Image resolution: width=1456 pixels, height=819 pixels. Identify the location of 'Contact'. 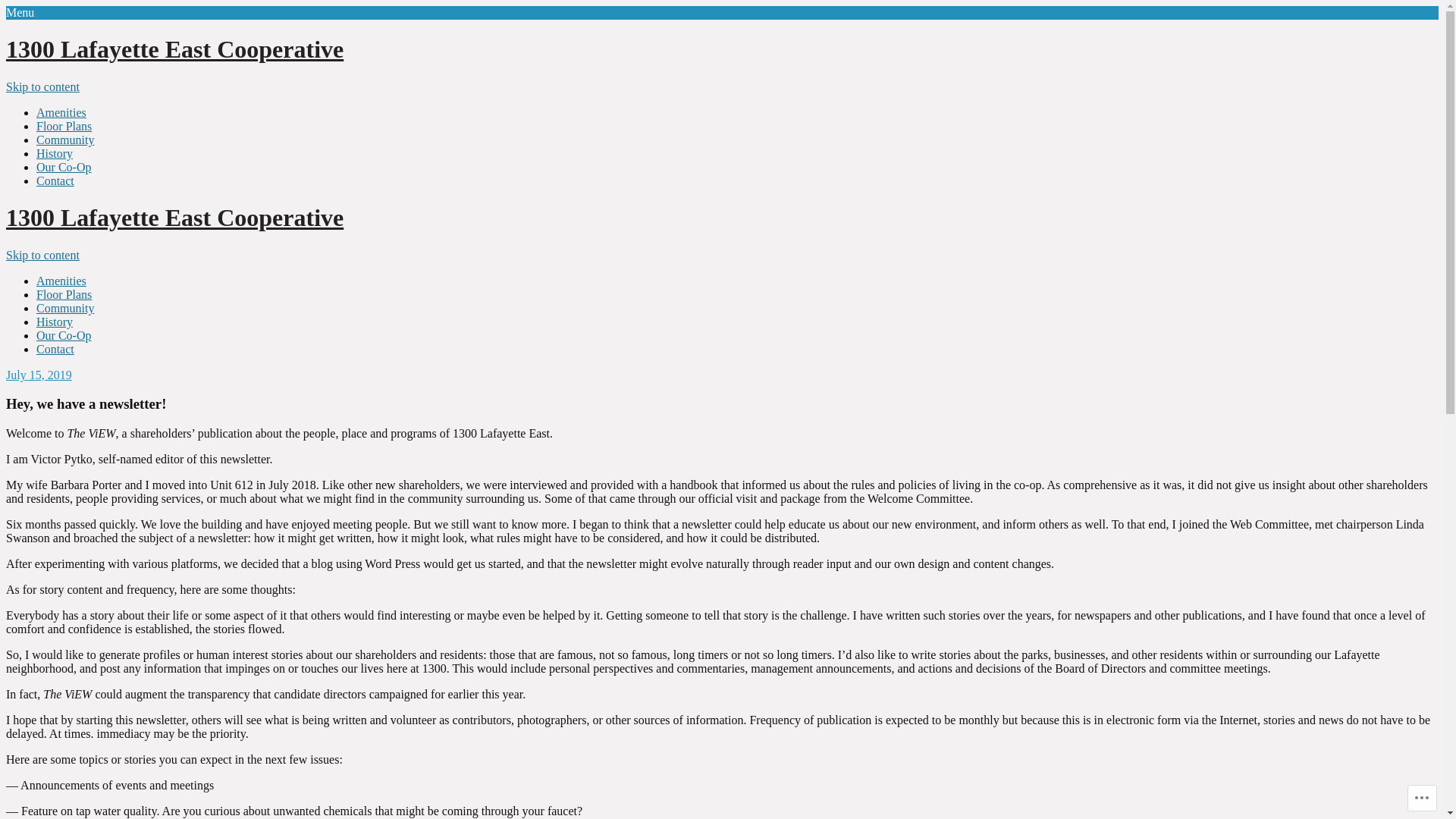
(55, 180).